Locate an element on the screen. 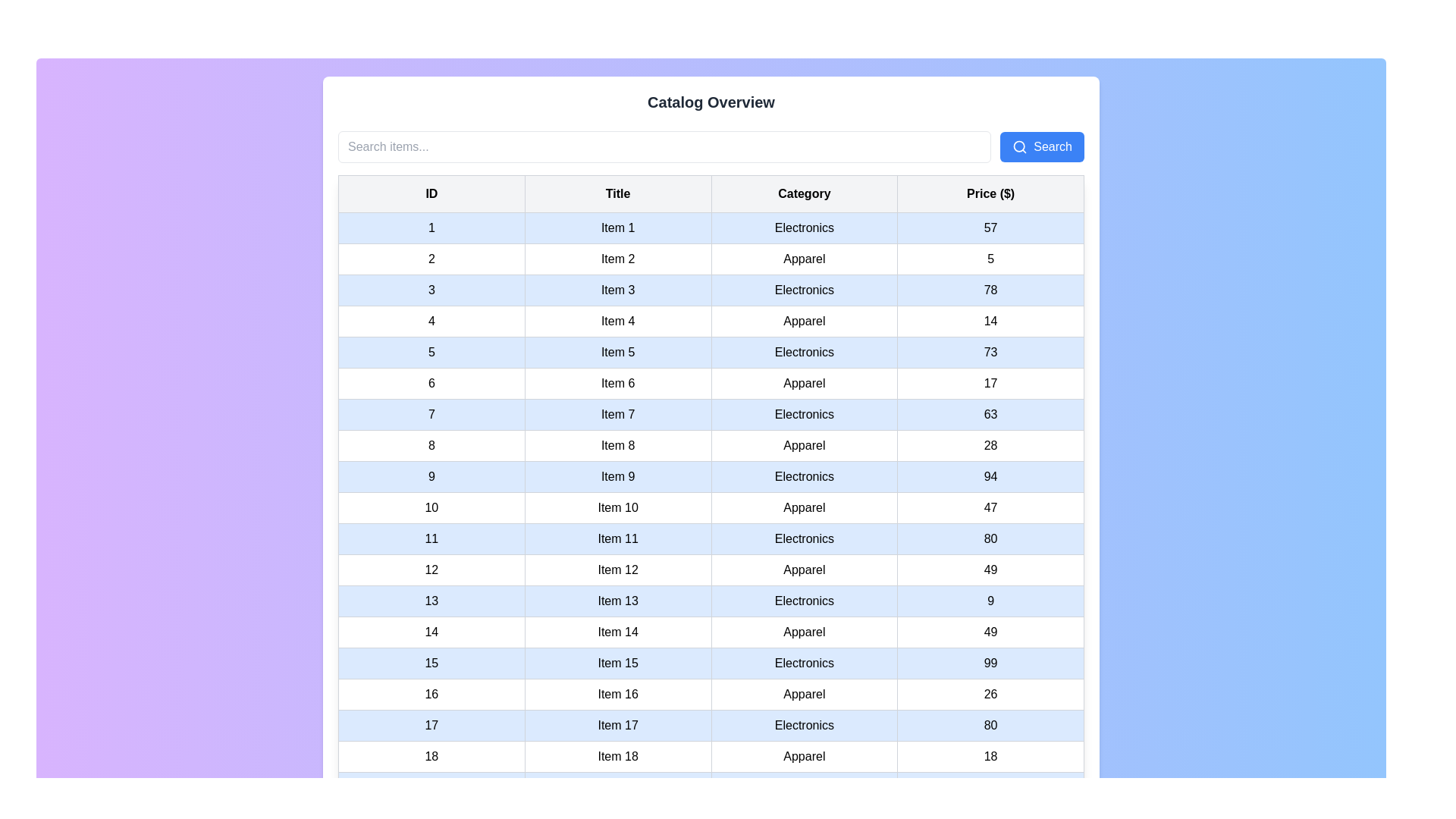 The width and height of the screenshot is (1456, 819). the Text label displaying the number '49', which is located in the last column under the 'Price ($)' header at row 12 of the tabular data is located at coordinates (990, 570).